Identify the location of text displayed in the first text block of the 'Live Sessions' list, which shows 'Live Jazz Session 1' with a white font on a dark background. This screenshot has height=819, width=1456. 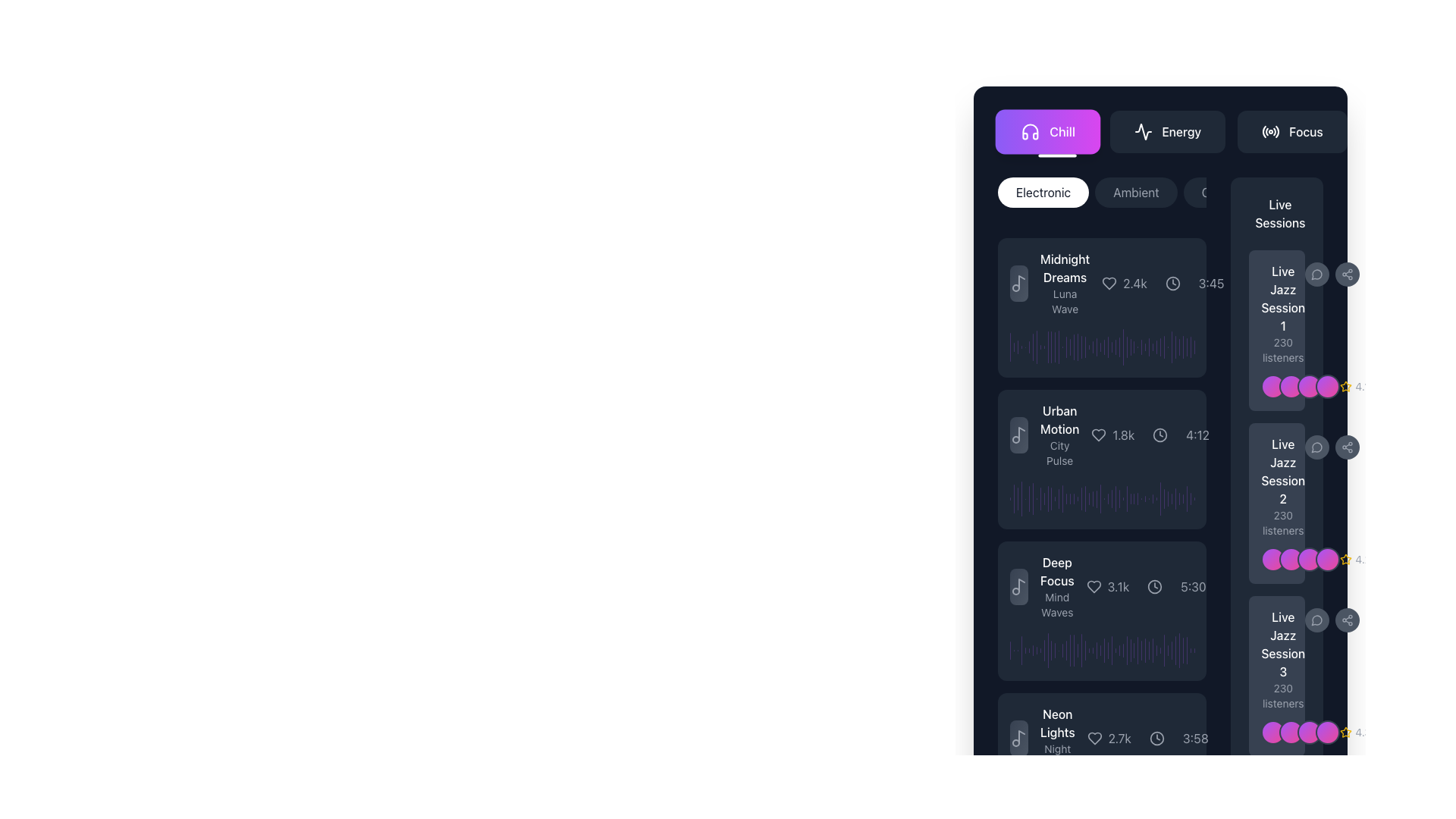
(1282, 298).